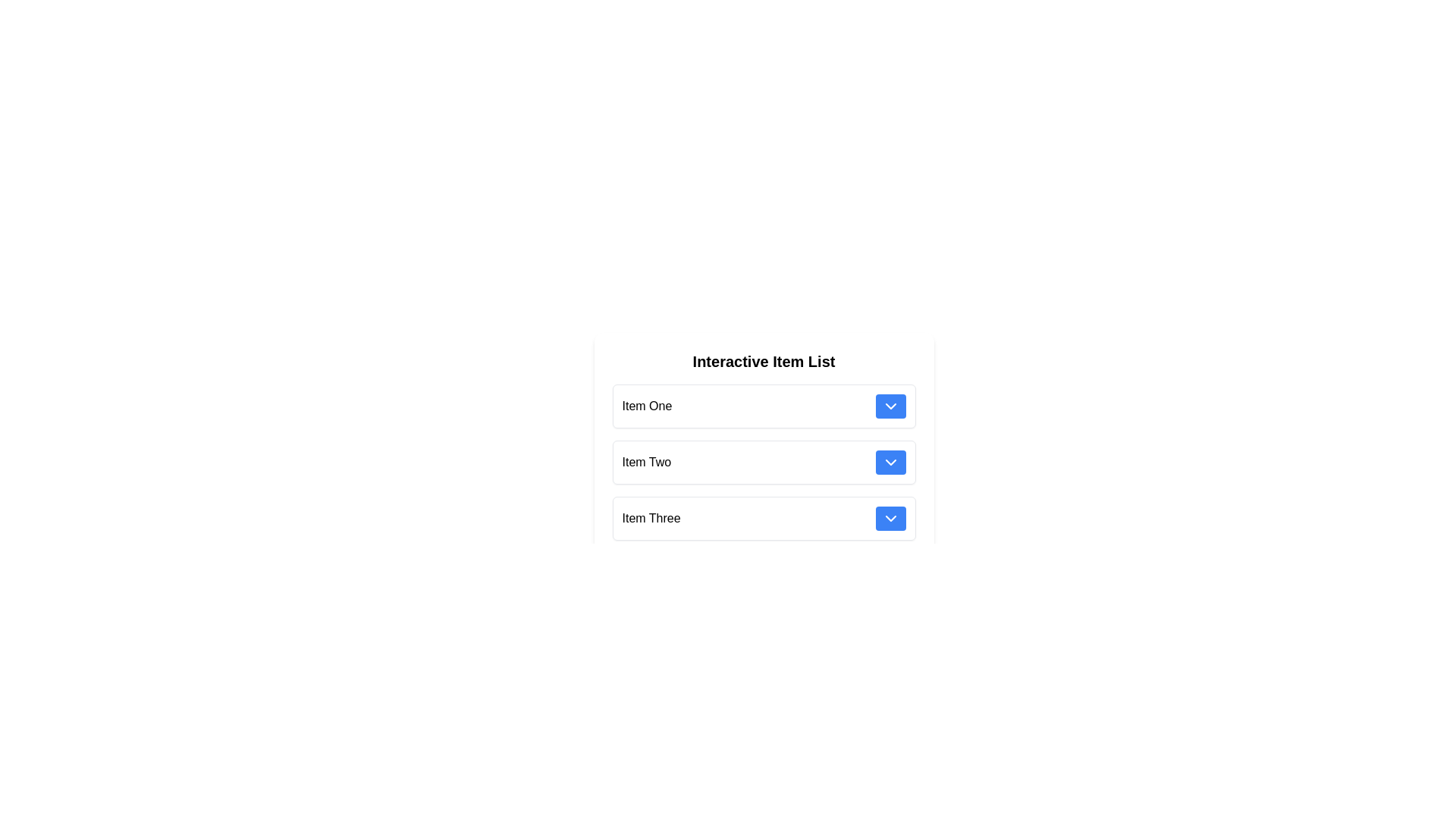  What do you see at coordinates (764, 362) in the screenshot?
I see `the centered bold text heading 'Interactive Item List' which serves as a title for the items below it` at bounding box center [764, 362].